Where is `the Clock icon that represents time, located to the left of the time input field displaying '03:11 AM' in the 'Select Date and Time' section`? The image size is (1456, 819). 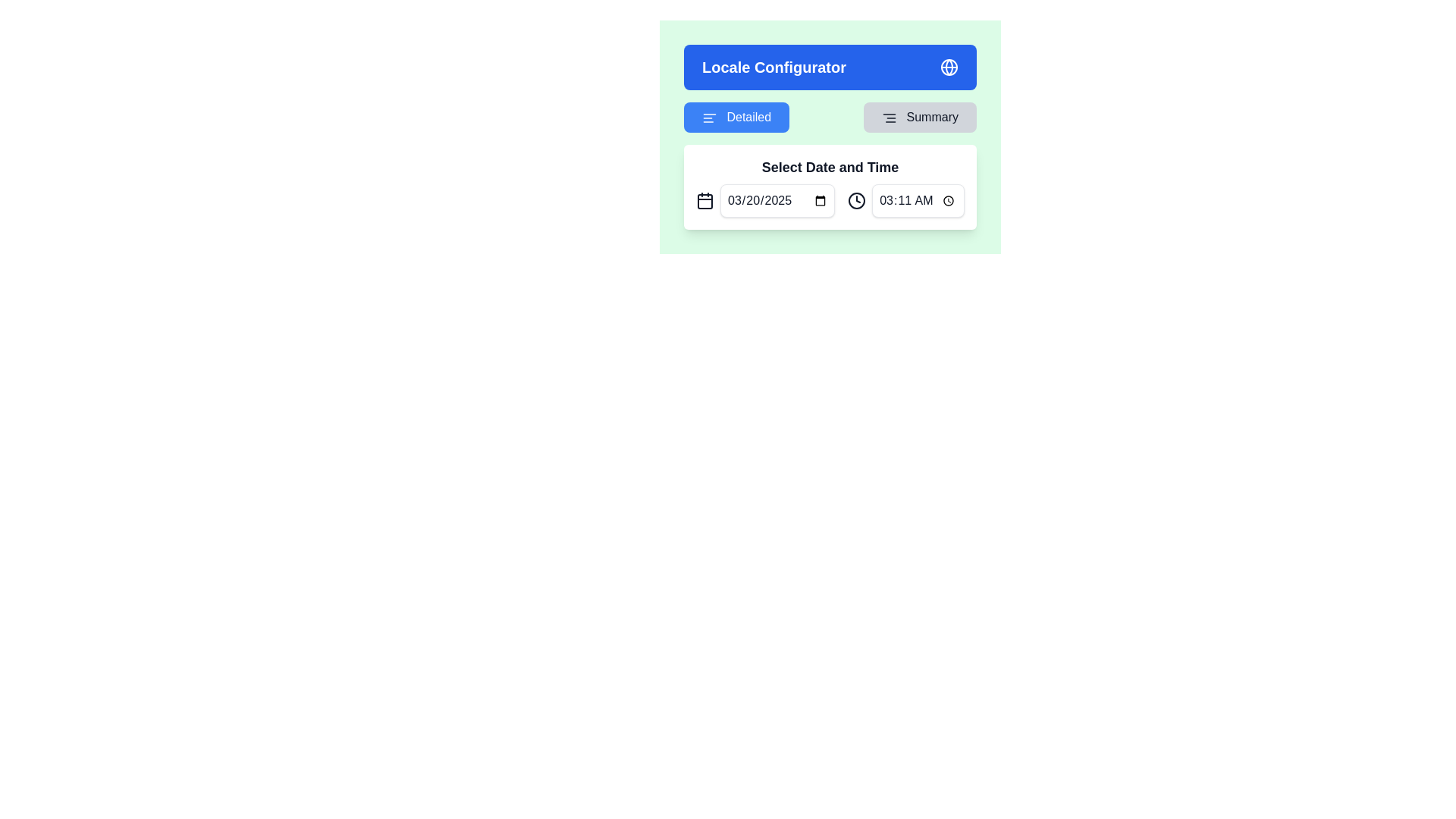 the Clock icon that represents time, located to the left of the time input field displaying '03:11 AM' in the 'Select Date and Time' section is located at coordinates (857, 200).